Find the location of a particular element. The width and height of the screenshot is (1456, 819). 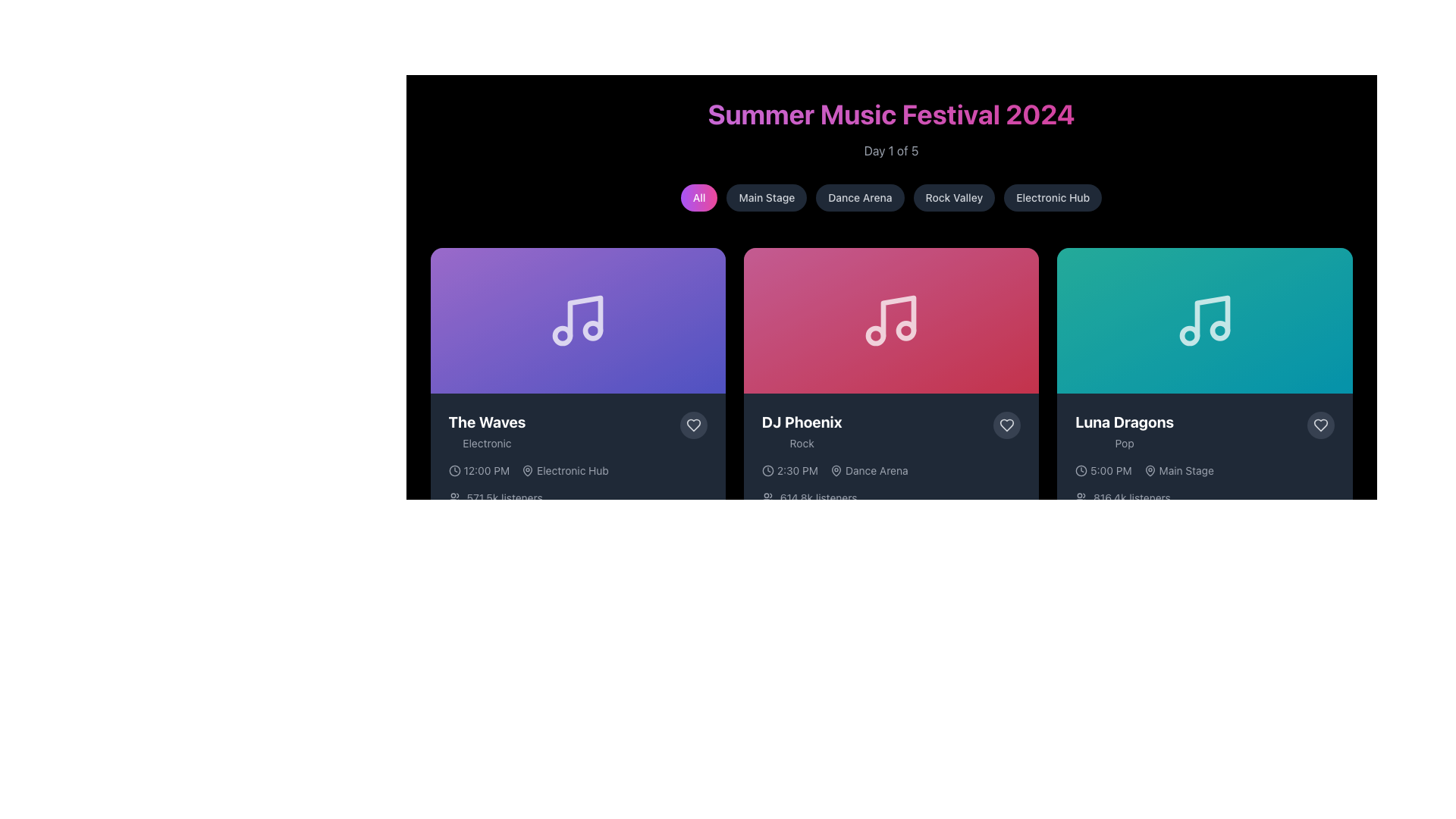

the music indicator icon located in the center of the second card, positioned below the 'Summer Music Festival 2024' header and above the 'DJ Phoenix' text is located at coordinates (891, 320).